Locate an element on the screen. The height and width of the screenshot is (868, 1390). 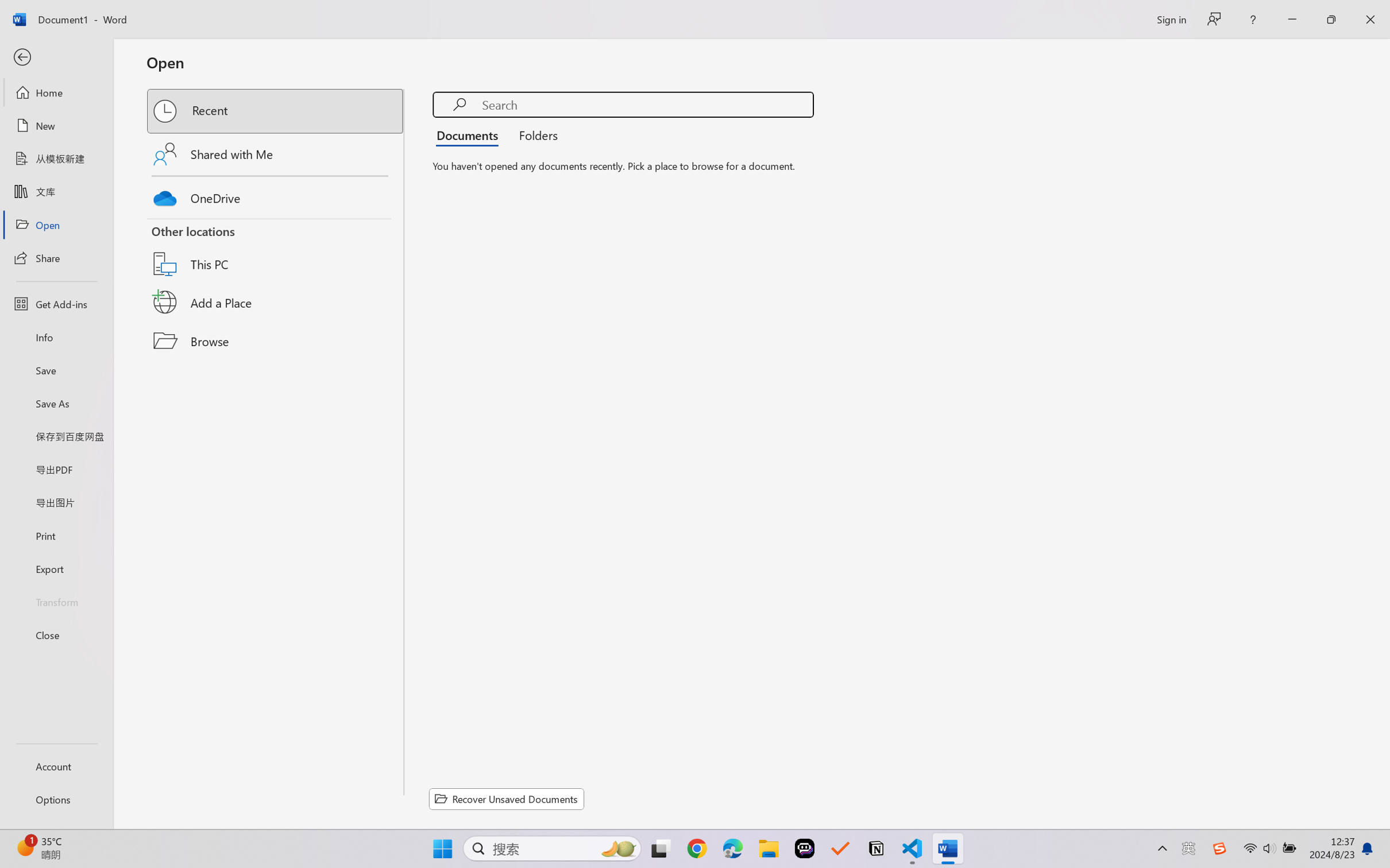
'Back' is located at coordinates (56, 57).